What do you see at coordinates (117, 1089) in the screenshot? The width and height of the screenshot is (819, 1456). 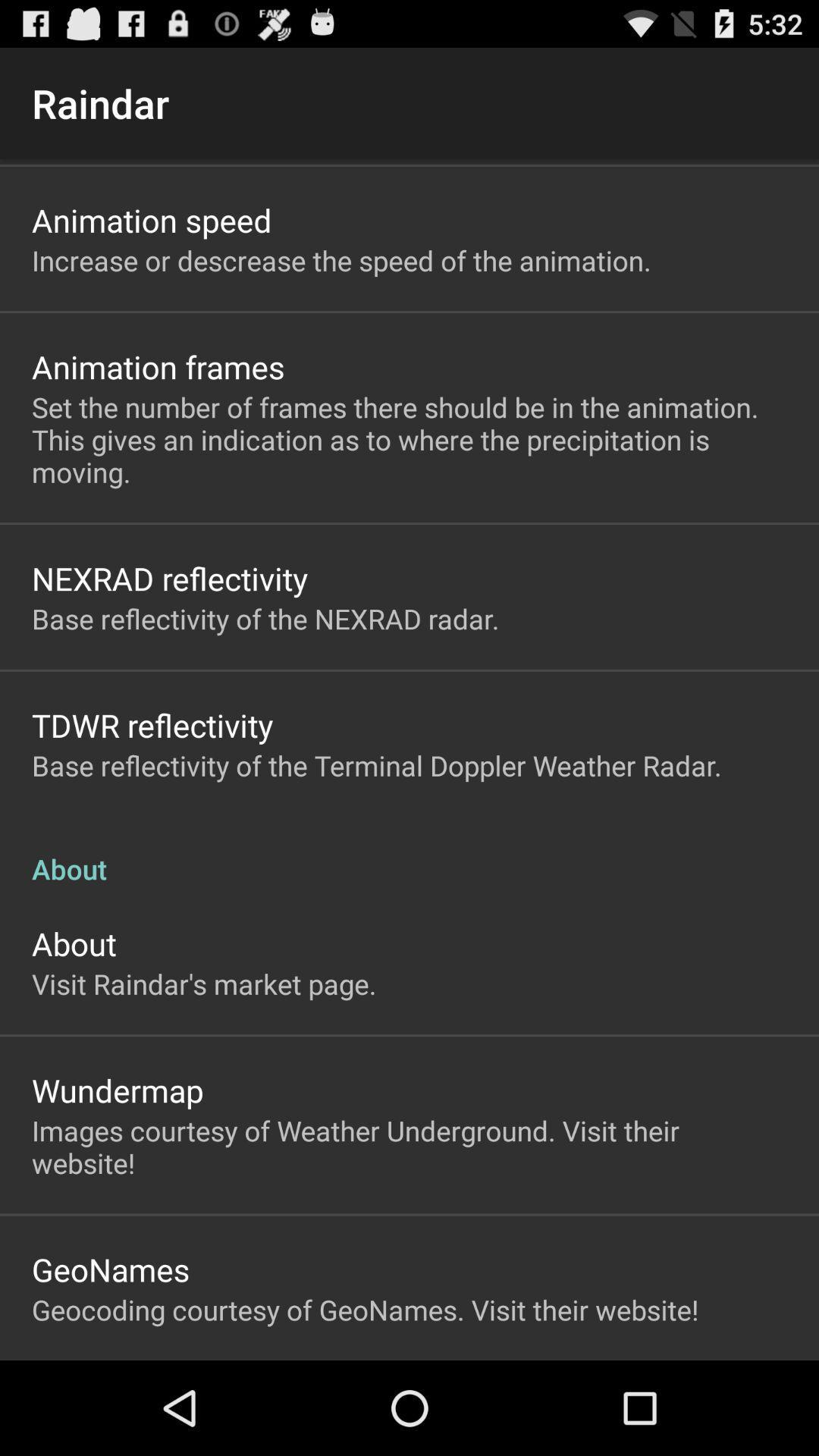 I see `wundermap item` at bounding box center [117, 1089].